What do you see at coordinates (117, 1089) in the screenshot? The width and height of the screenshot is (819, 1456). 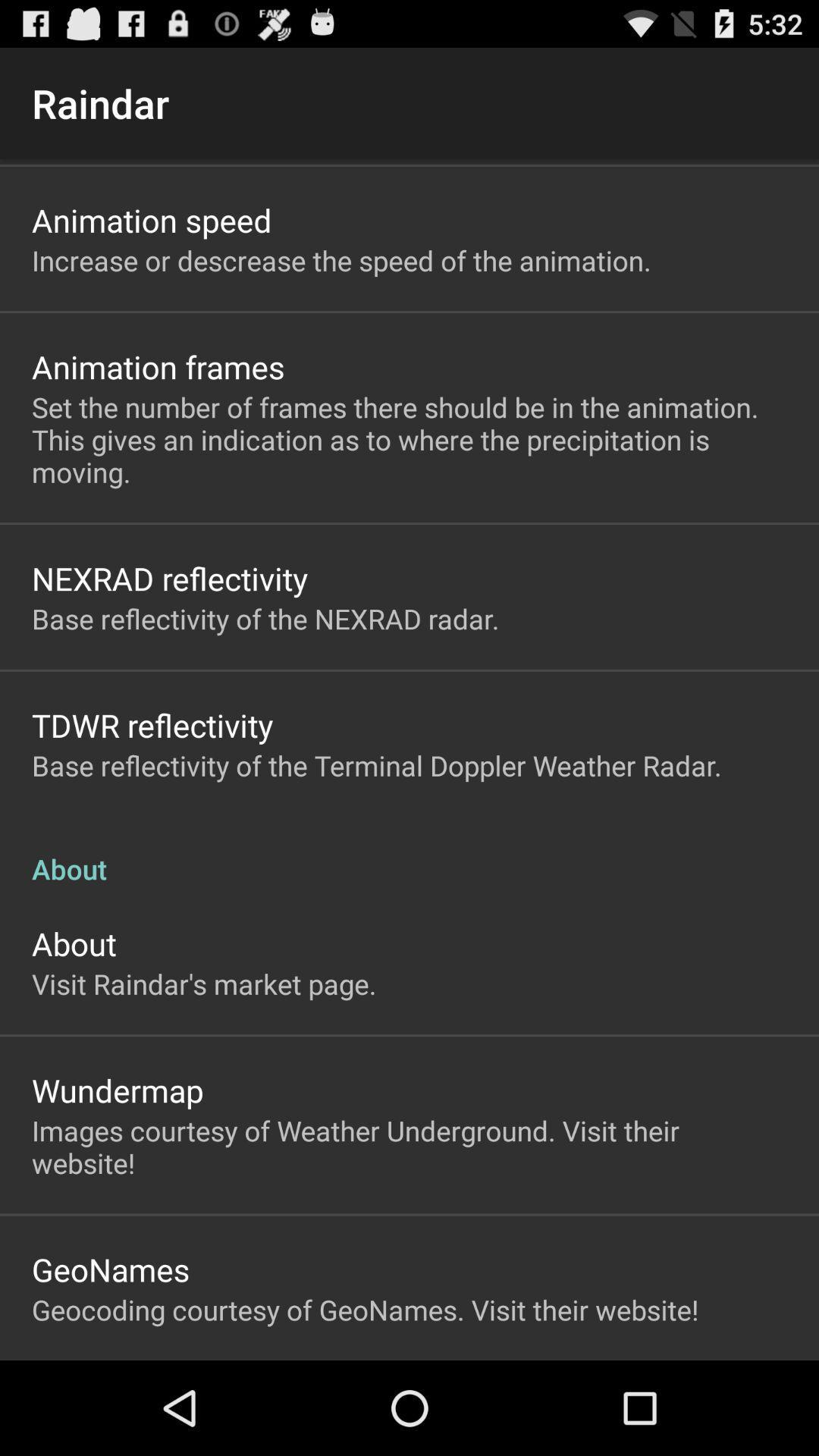 I see `wundermap item` at bounding box center [117, 1089].